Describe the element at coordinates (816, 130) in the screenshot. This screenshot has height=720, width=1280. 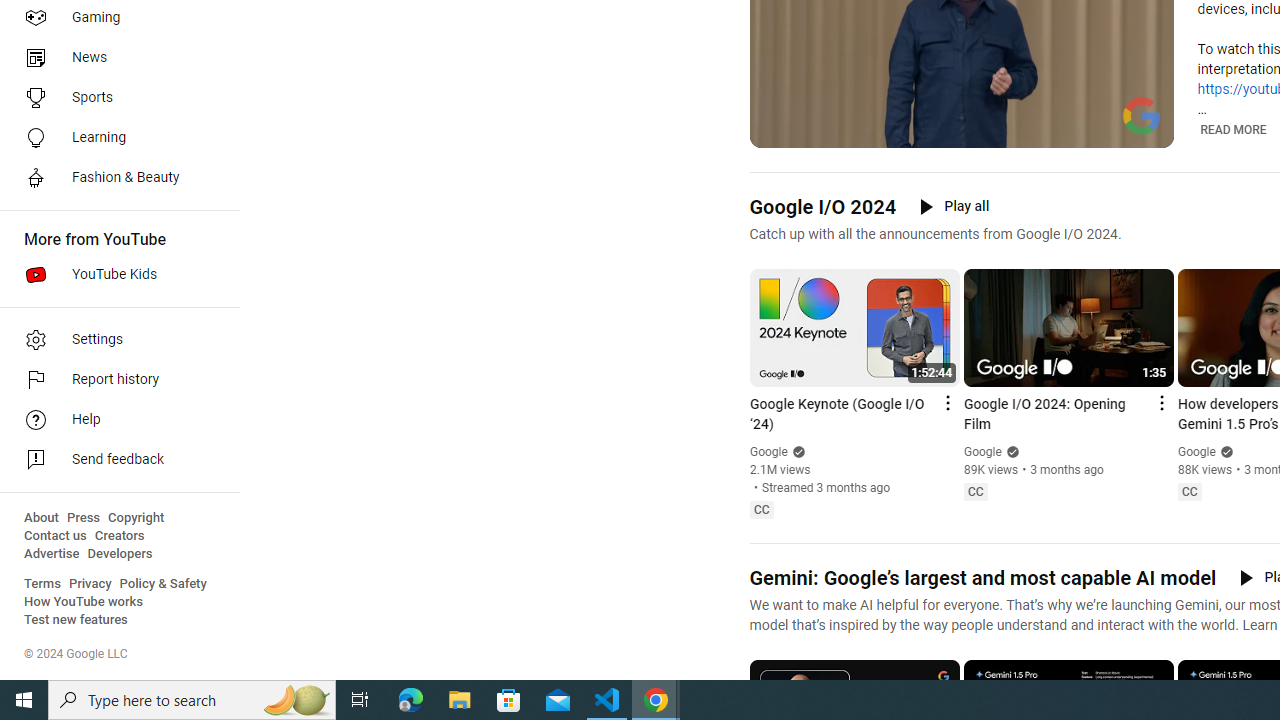
I see `'Mute (m)'` at that location.